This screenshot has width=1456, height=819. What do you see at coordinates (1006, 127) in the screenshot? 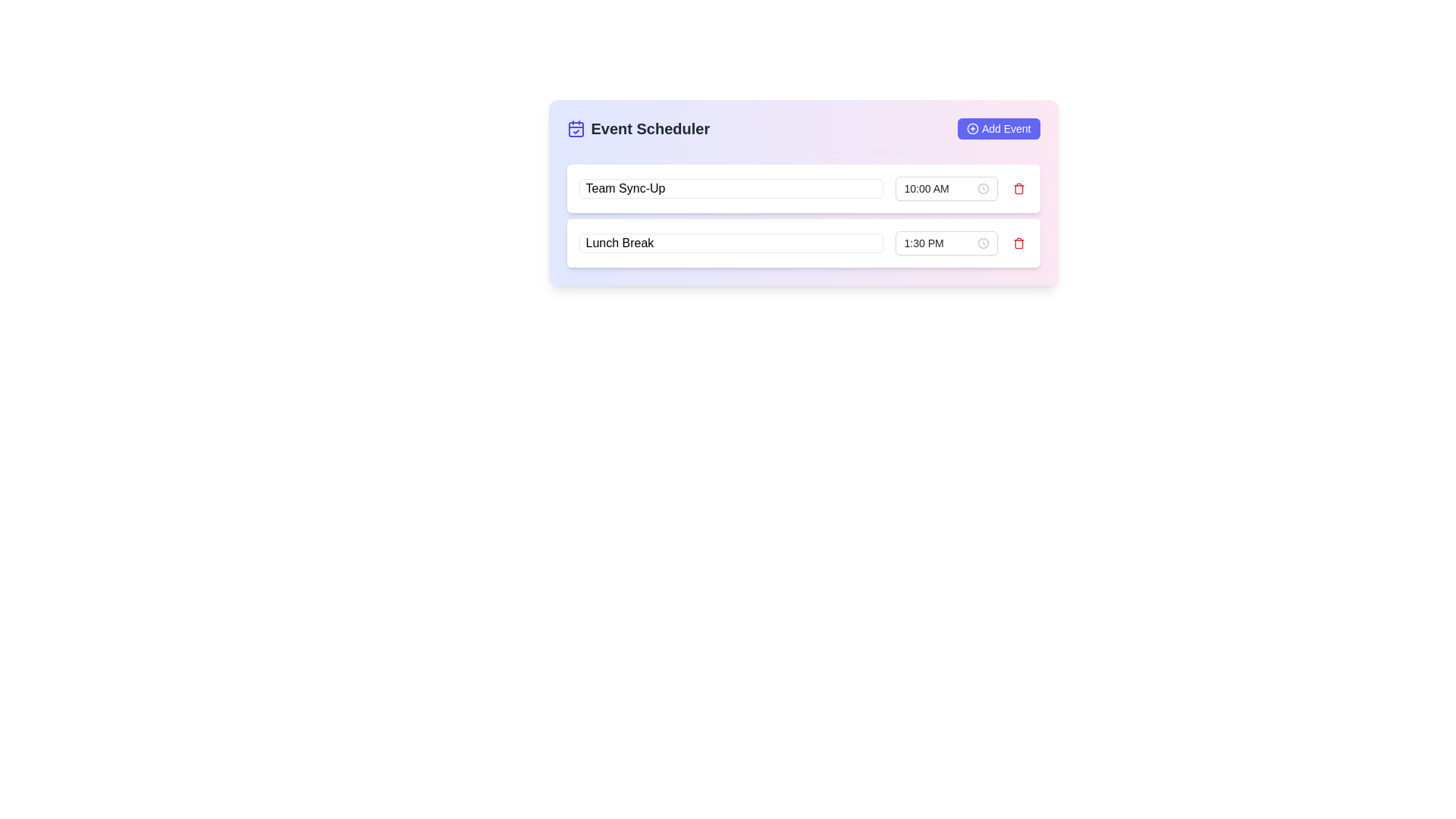
I see `text of the label located within the 'Add Event' button, which is positioned at the top-right corner of the interface` at bounding box center [1006, 127].